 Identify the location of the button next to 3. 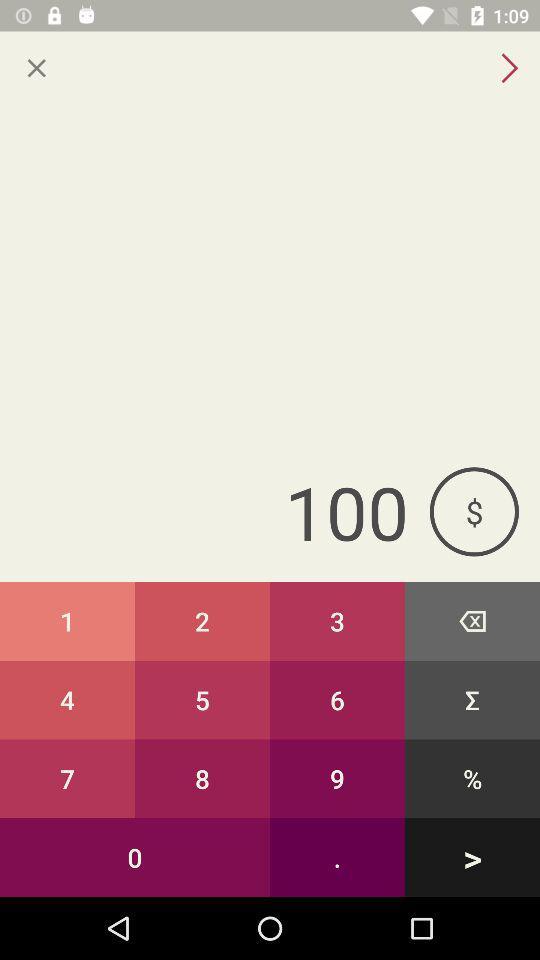
(202, 700).